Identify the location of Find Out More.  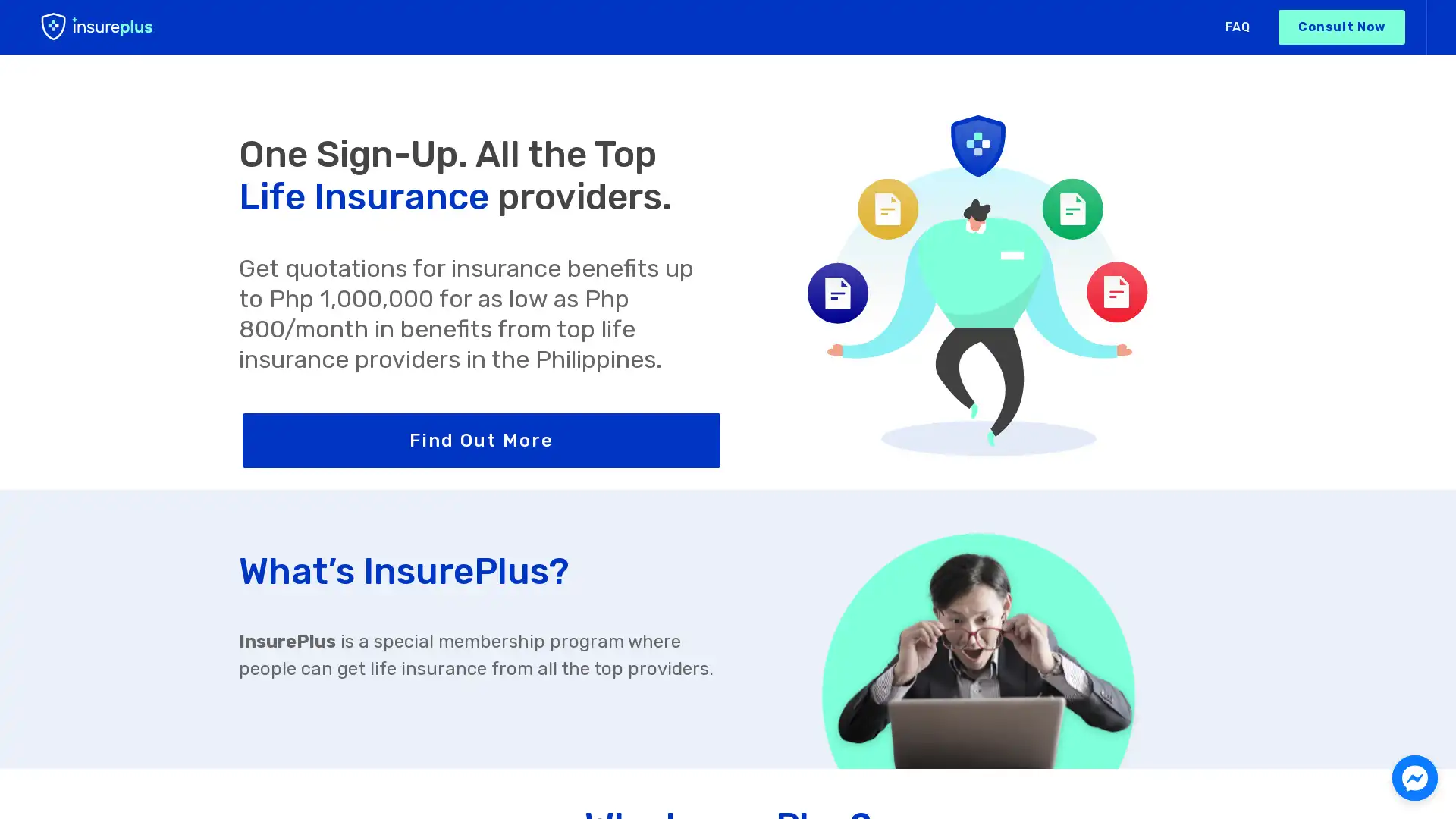
(480, 441).